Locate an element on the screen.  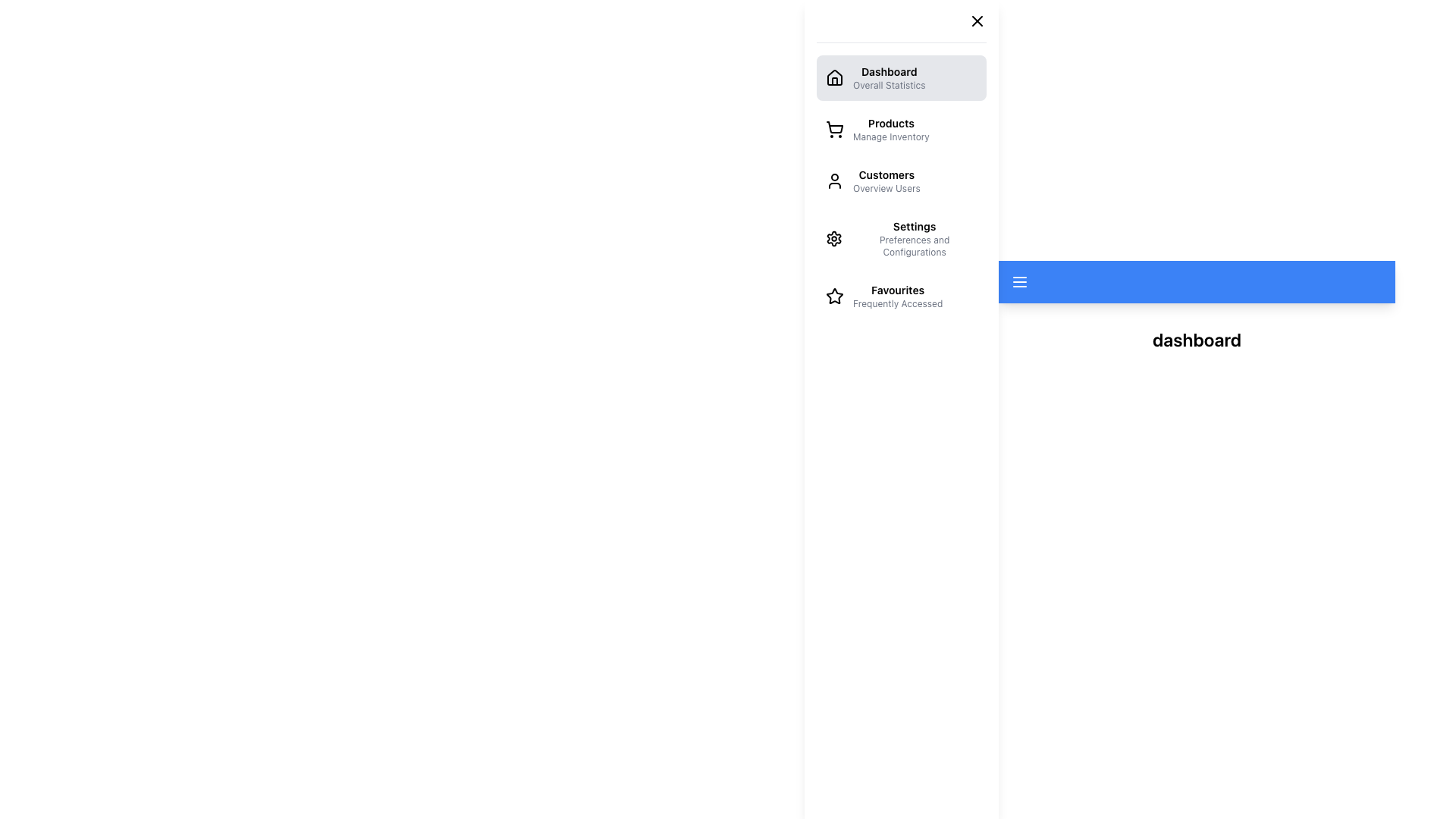
the 'Customers' text label in the left sidebar, which is the third item in the vertical list of options is located at coordinates (886, 180).